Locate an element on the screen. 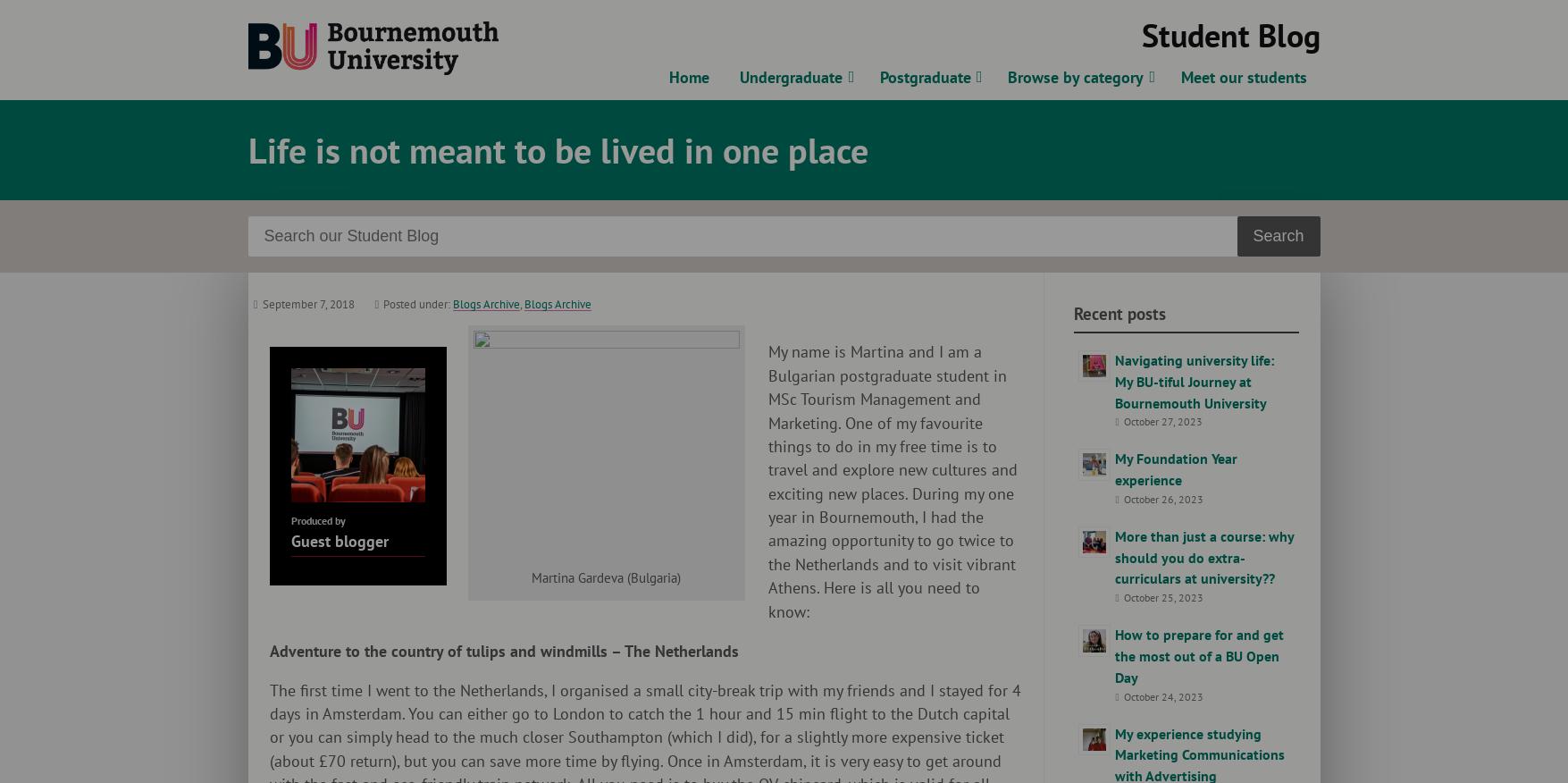 This screenshot has height=783, width=1568. 'Meet our students' is located at coordinates (1243, 77).